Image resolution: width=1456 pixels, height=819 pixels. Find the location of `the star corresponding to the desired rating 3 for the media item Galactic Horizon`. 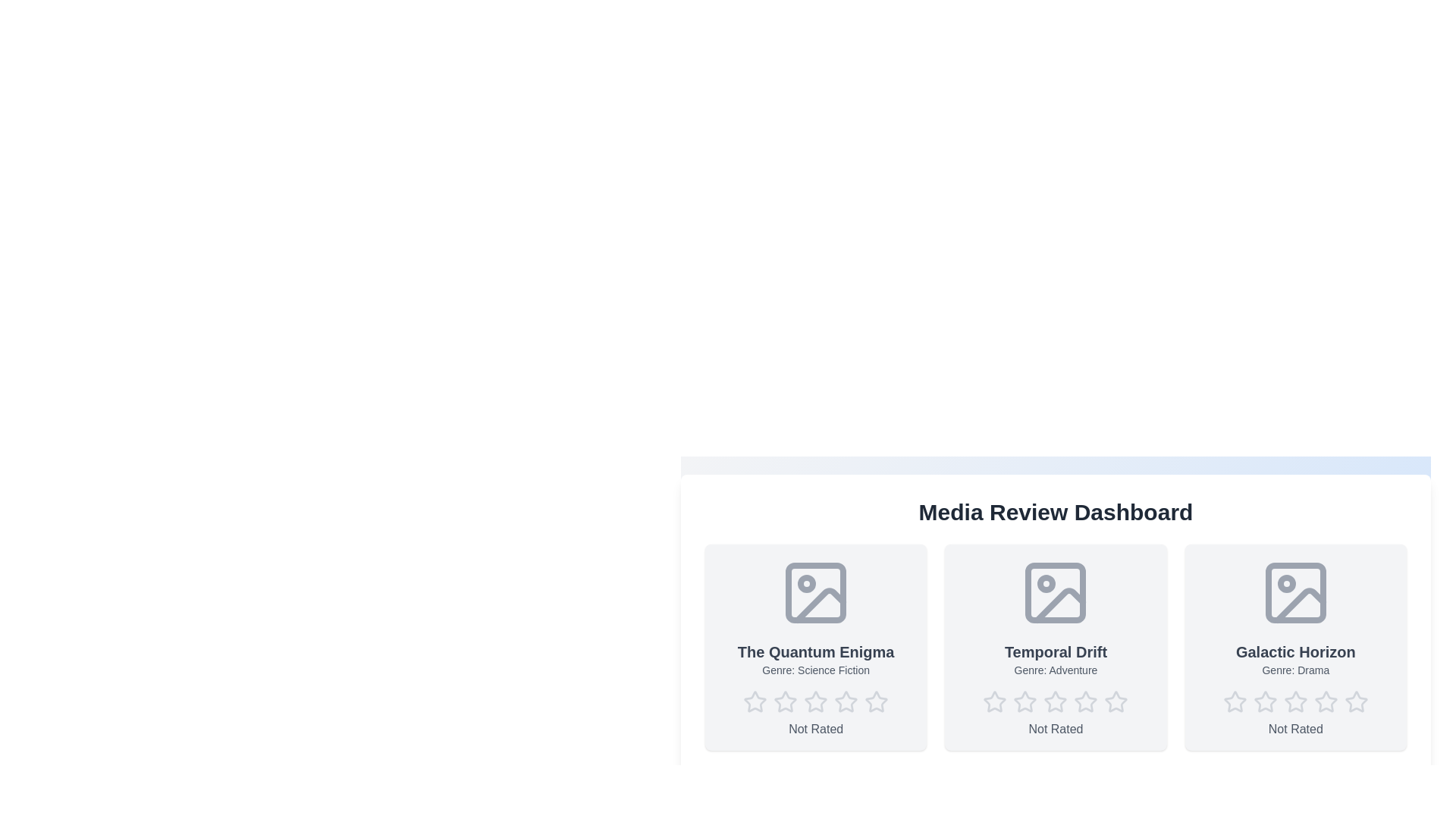

the star corresponding to the desired rating 3 for the media item Galactic Horizon is located at coordinates (1294, 701).